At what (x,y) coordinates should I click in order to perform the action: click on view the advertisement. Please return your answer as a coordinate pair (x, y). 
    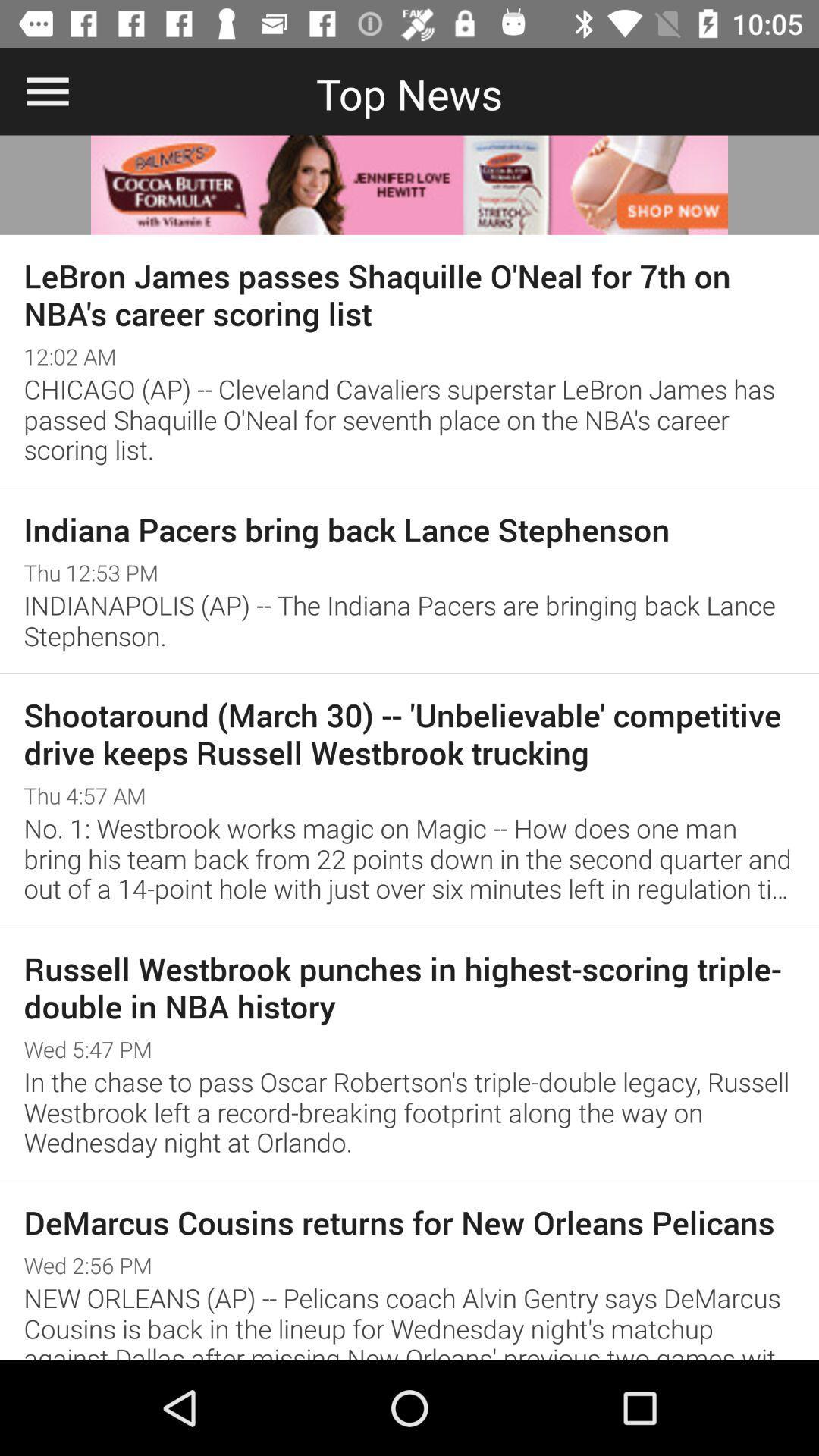
    Looking at the image, I should click on (409, 184).